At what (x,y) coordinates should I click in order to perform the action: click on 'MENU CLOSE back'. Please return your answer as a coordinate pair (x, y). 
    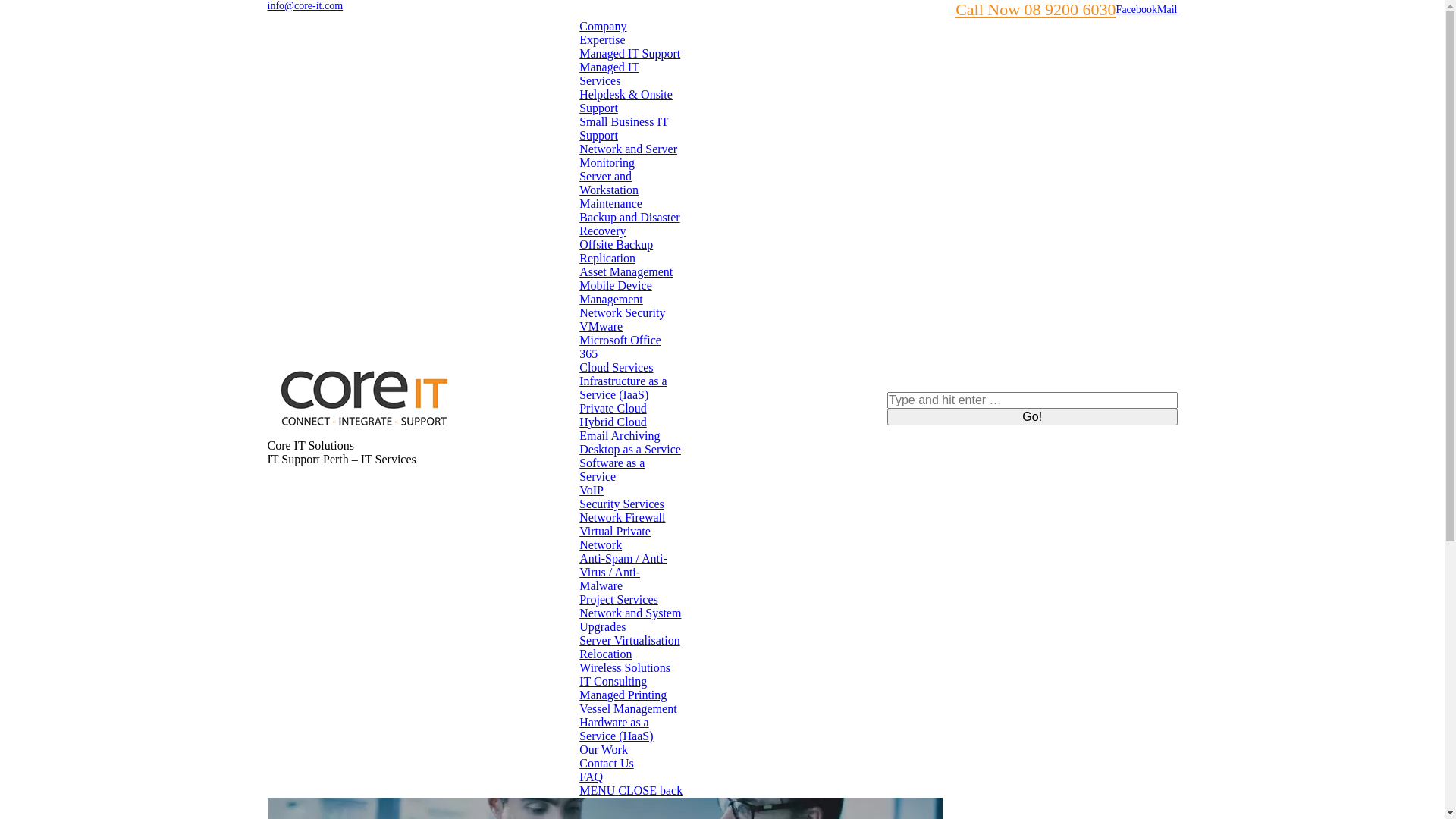
    Looking at the image, I should click on (630, 789).